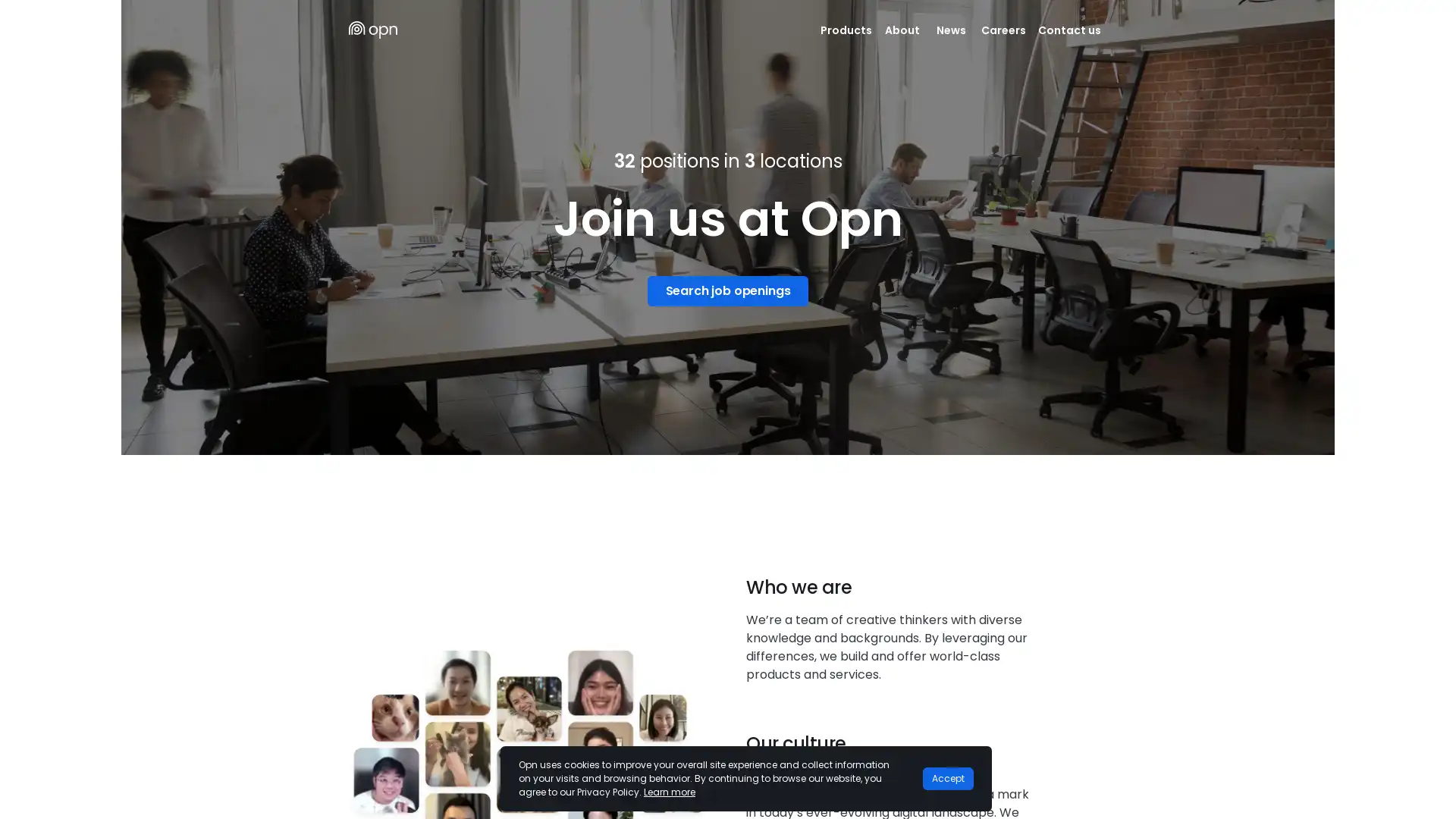 The image size is (1456, 819). Describe the element at coordinates (1068, 30) in the screenshot. I see `Contact us` at that location.